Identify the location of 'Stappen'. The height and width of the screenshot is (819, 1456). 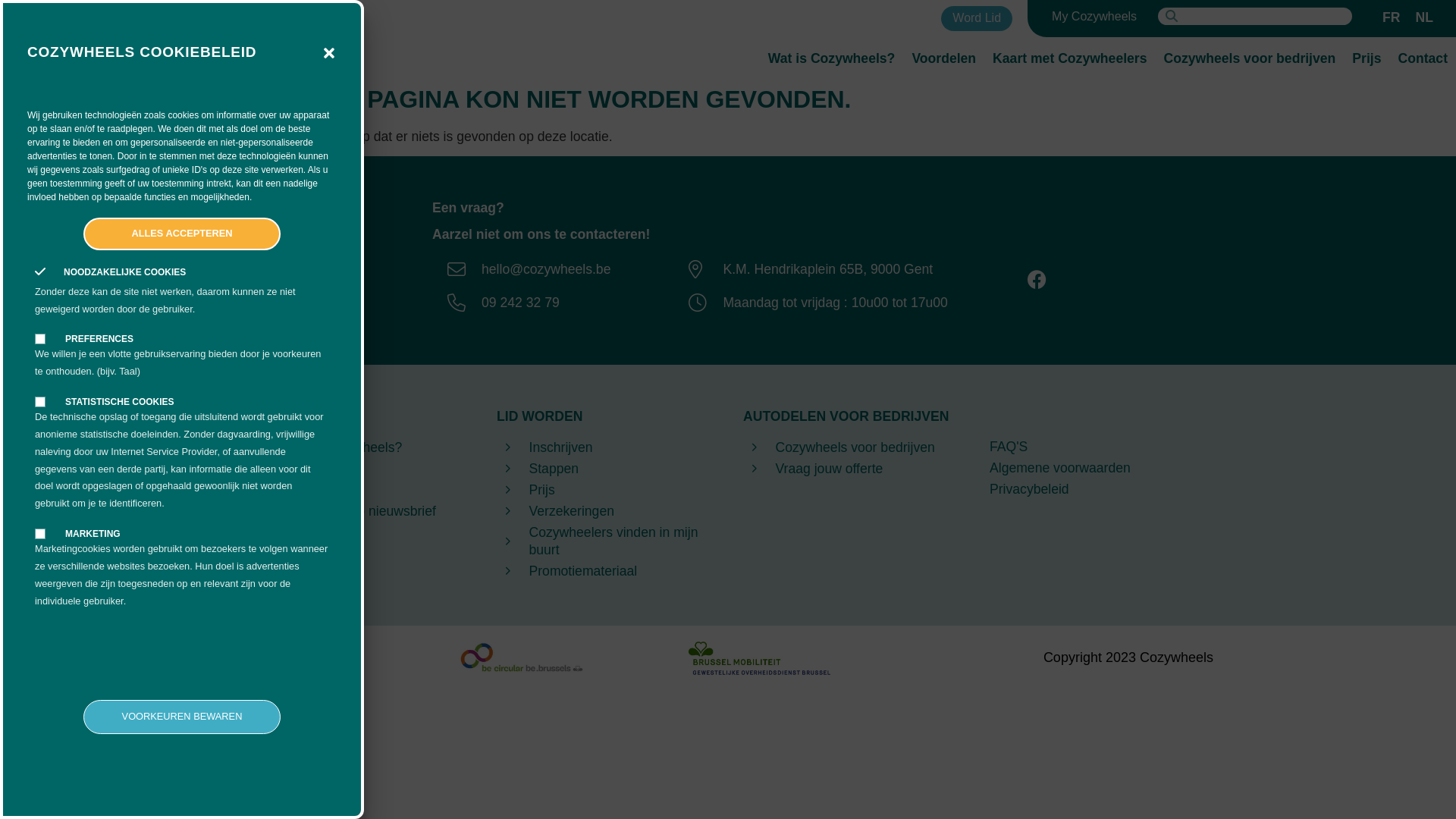
(496, 468).